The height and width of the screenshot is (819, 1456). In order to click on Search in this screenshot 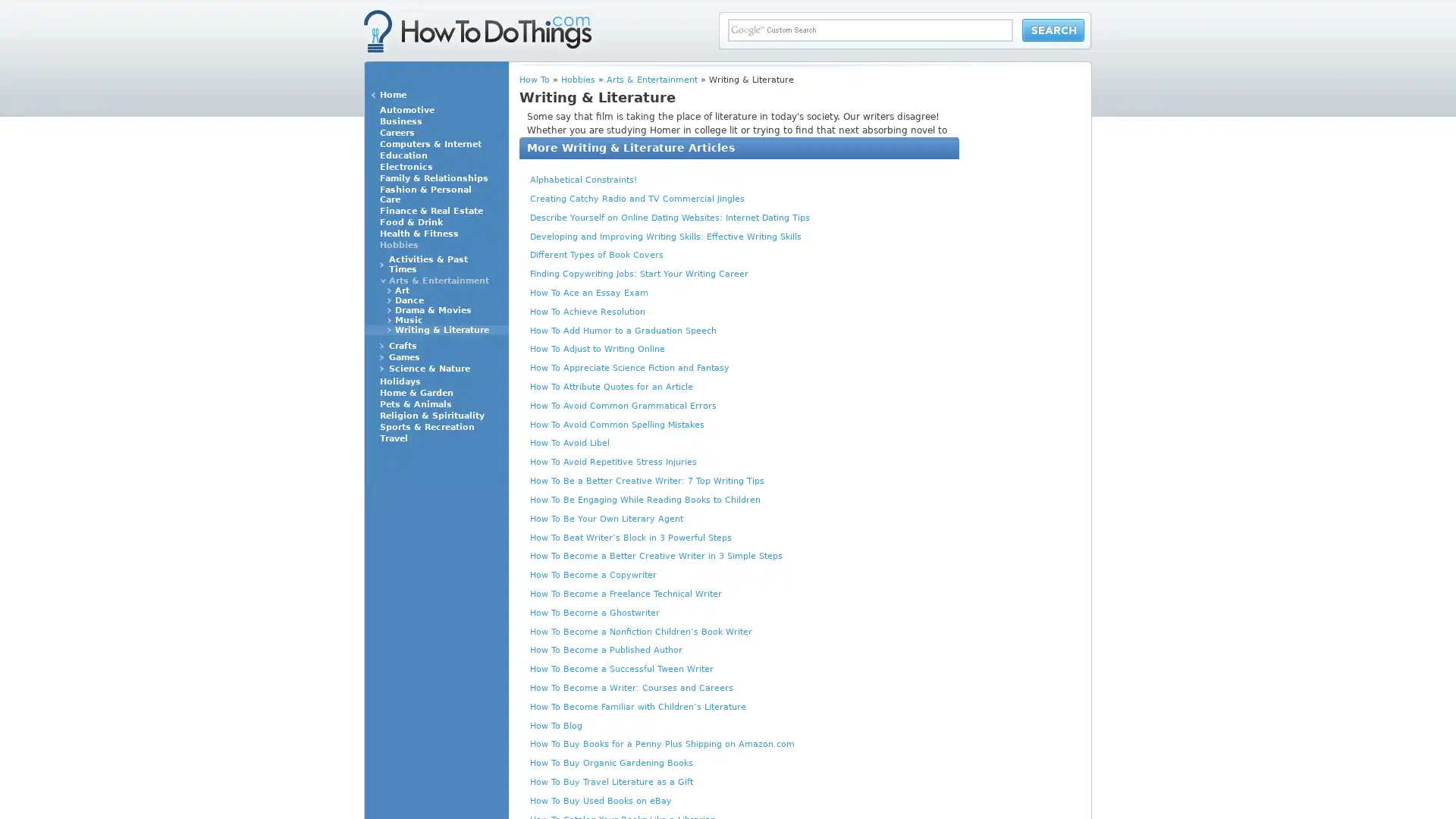, I will do `click(1052, 30)`.